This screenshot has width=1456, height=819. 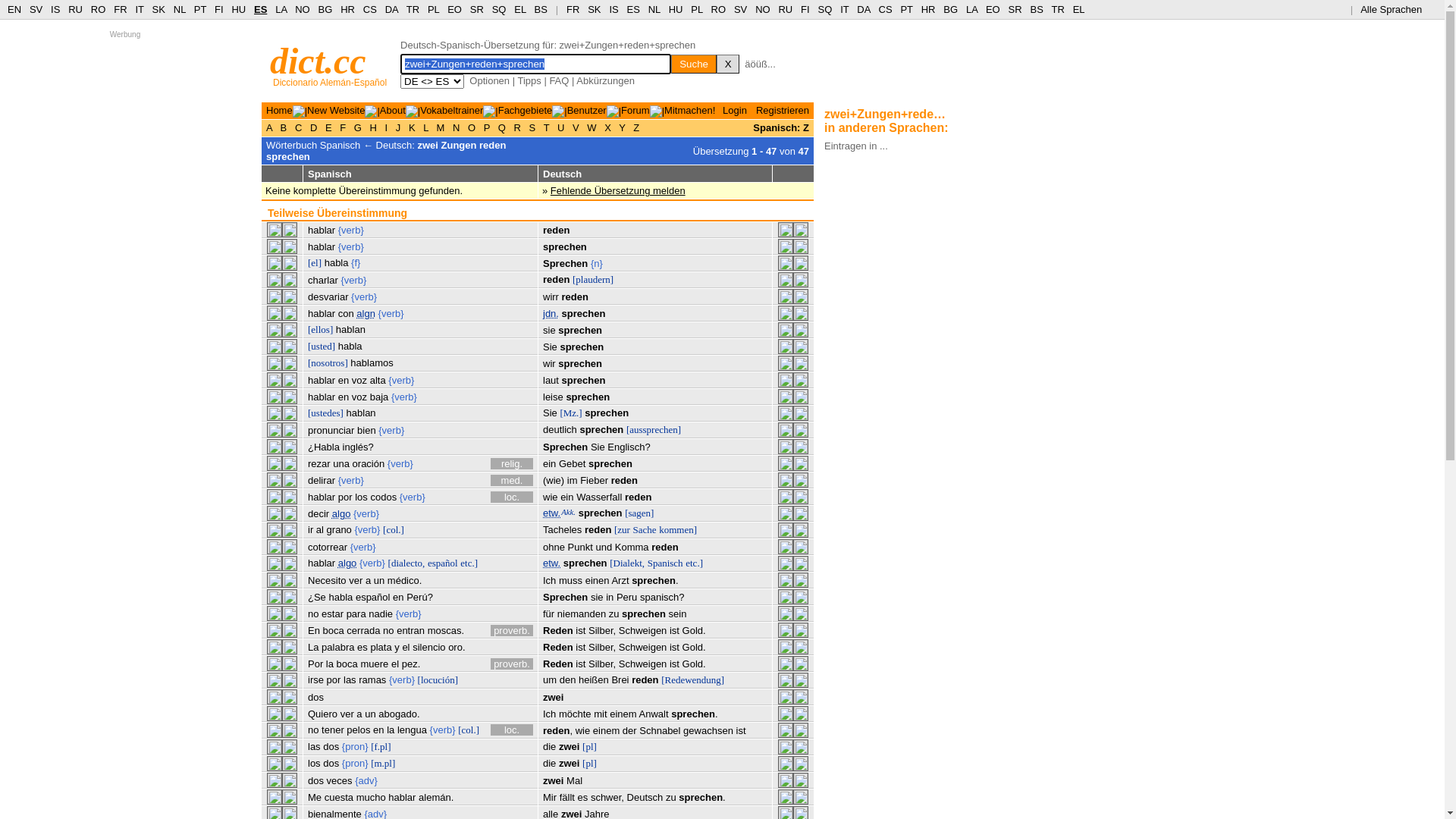 What do you see at coordinates (411, 663) in the screenshot?
I see `'pez.'` at bounding box center [411, 663].